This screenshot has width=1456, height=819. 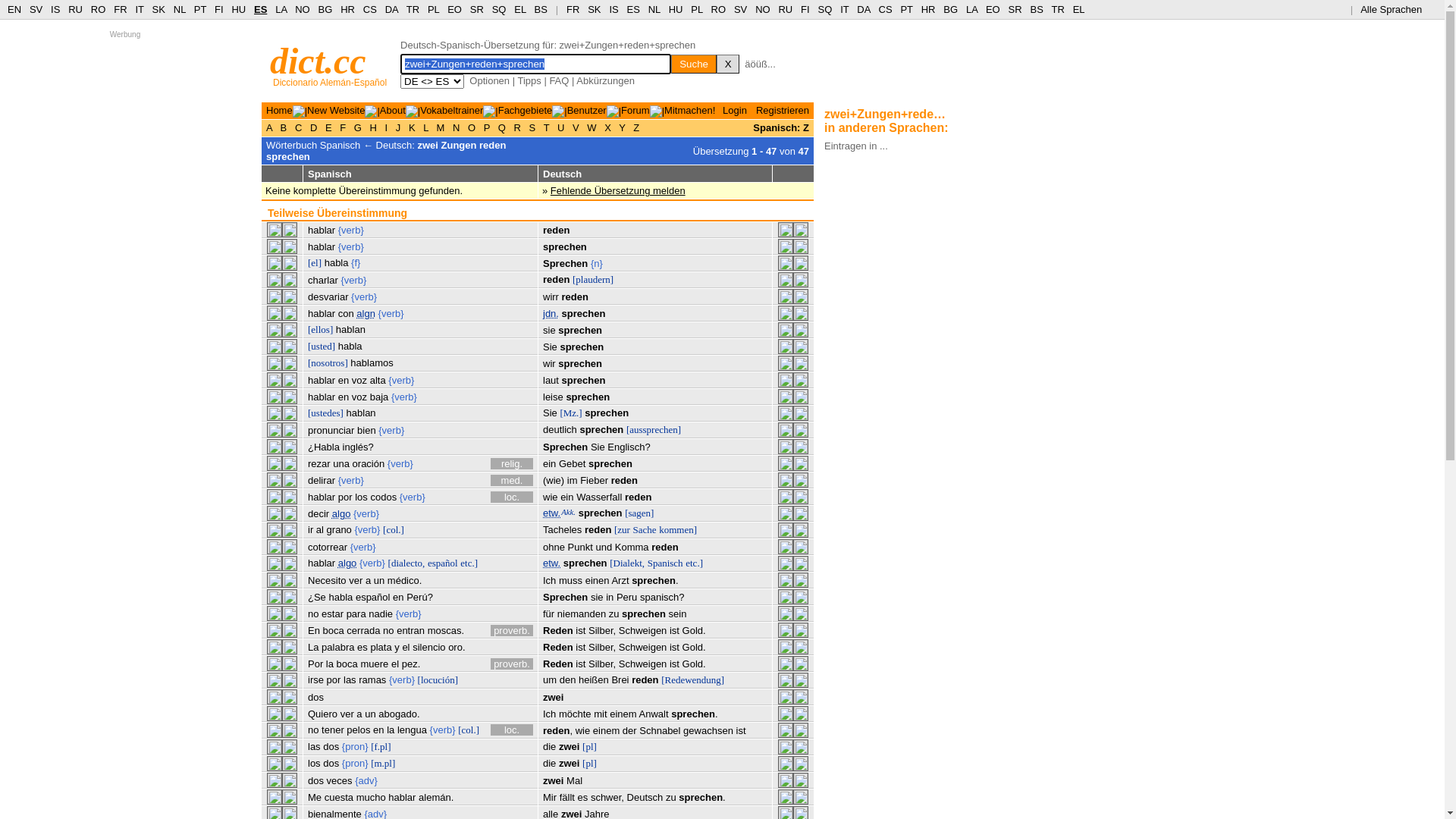 What do you see at coordinates (411, 663) in the screenshot?
I see `'pez.'` at bounding box center [411, 663].